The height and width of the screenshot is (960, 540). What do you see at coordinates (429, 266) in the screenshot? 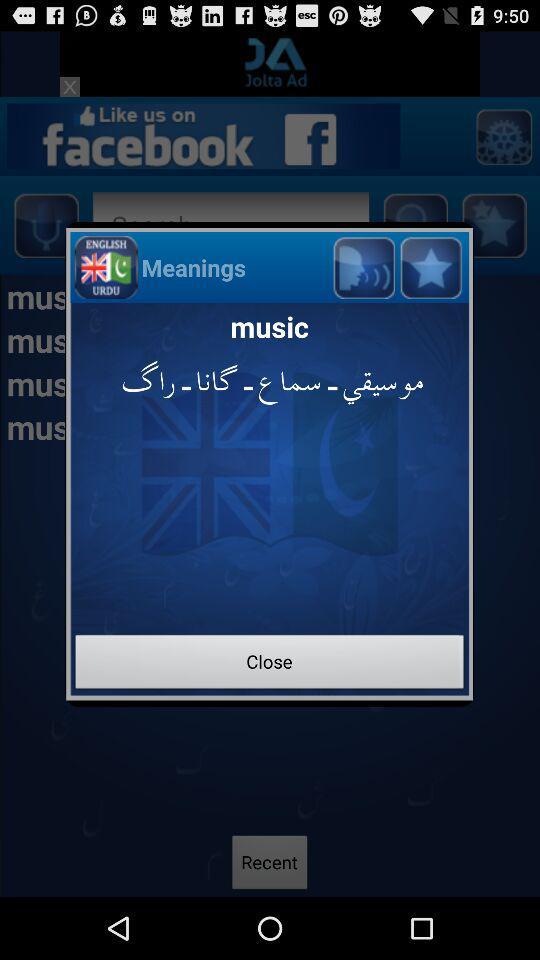
I see `star button` at bounding box center [429, 266].